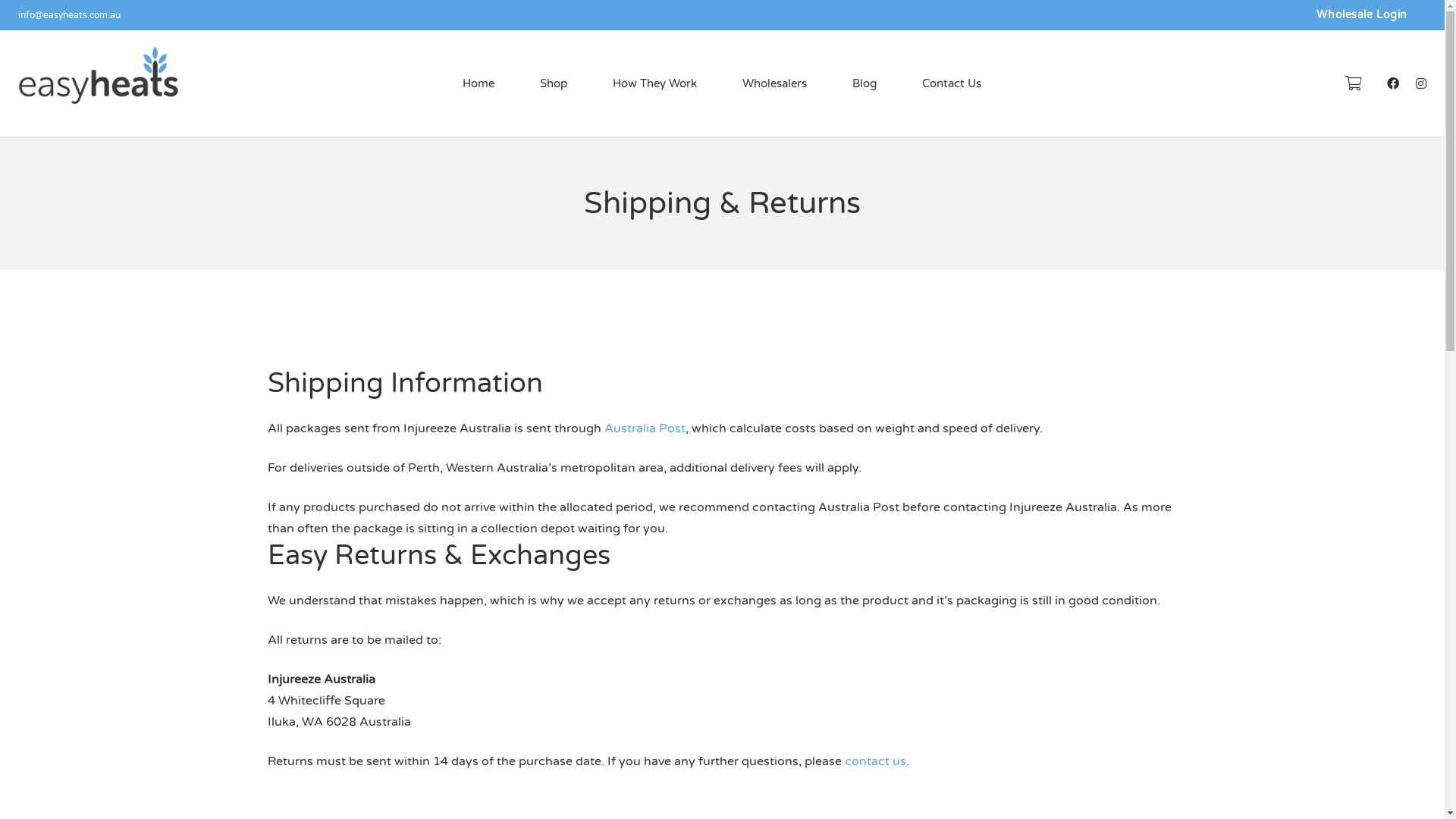 The width and height of the screenshot is (1456, 819). What do you see at coordinates (899, 83) in the screenshot?
I see `'Contact Us'` at bounding box center [899, 83].